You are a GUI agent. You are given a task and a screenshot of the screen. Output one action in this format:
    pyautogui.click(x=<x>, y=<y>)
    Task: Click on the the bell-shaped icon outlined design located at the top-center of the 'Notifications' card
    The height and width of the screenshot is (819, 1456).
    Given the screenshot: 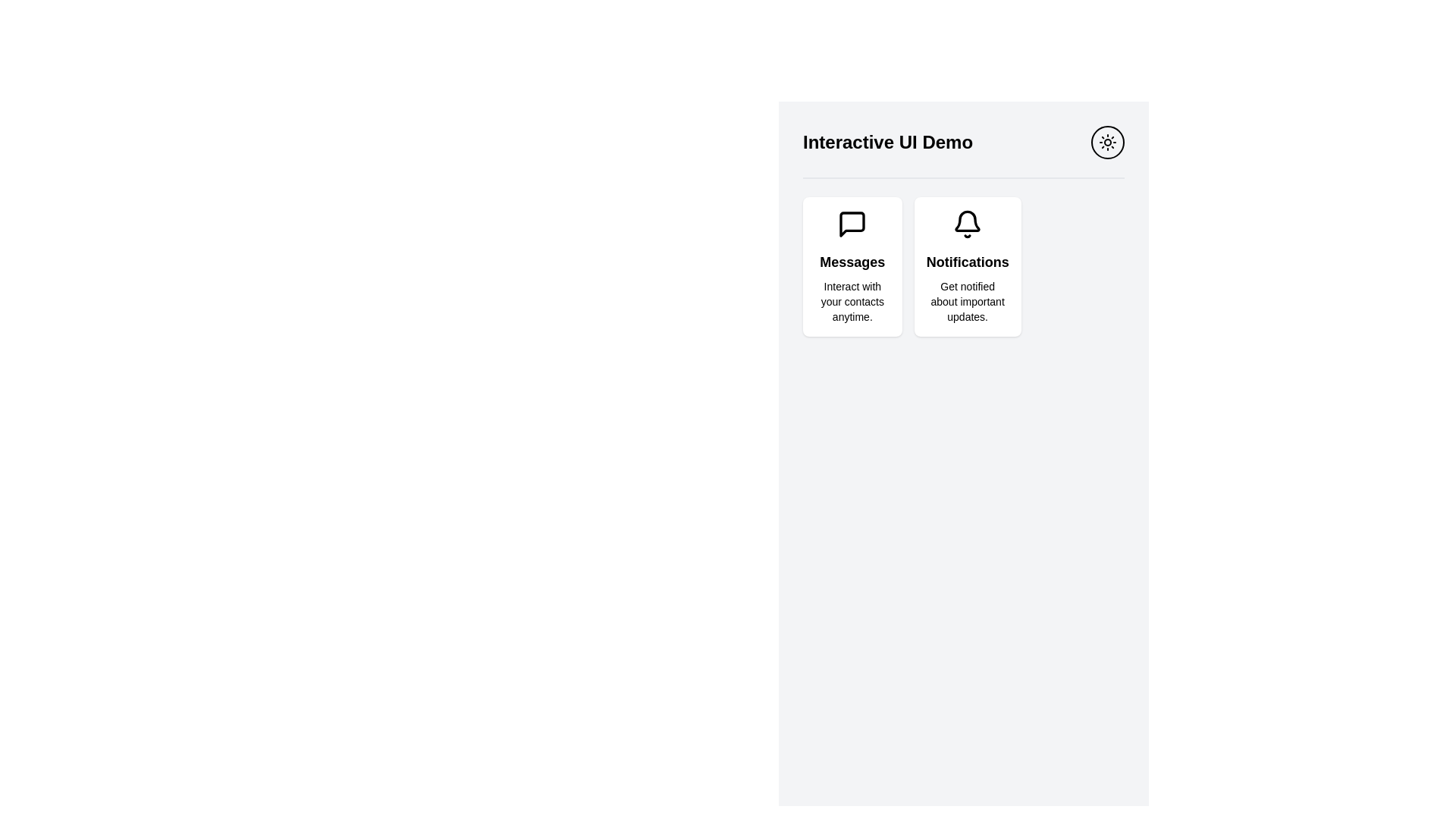 What is the action you would take?
    pyautogui.click(x=967, y=224)
    